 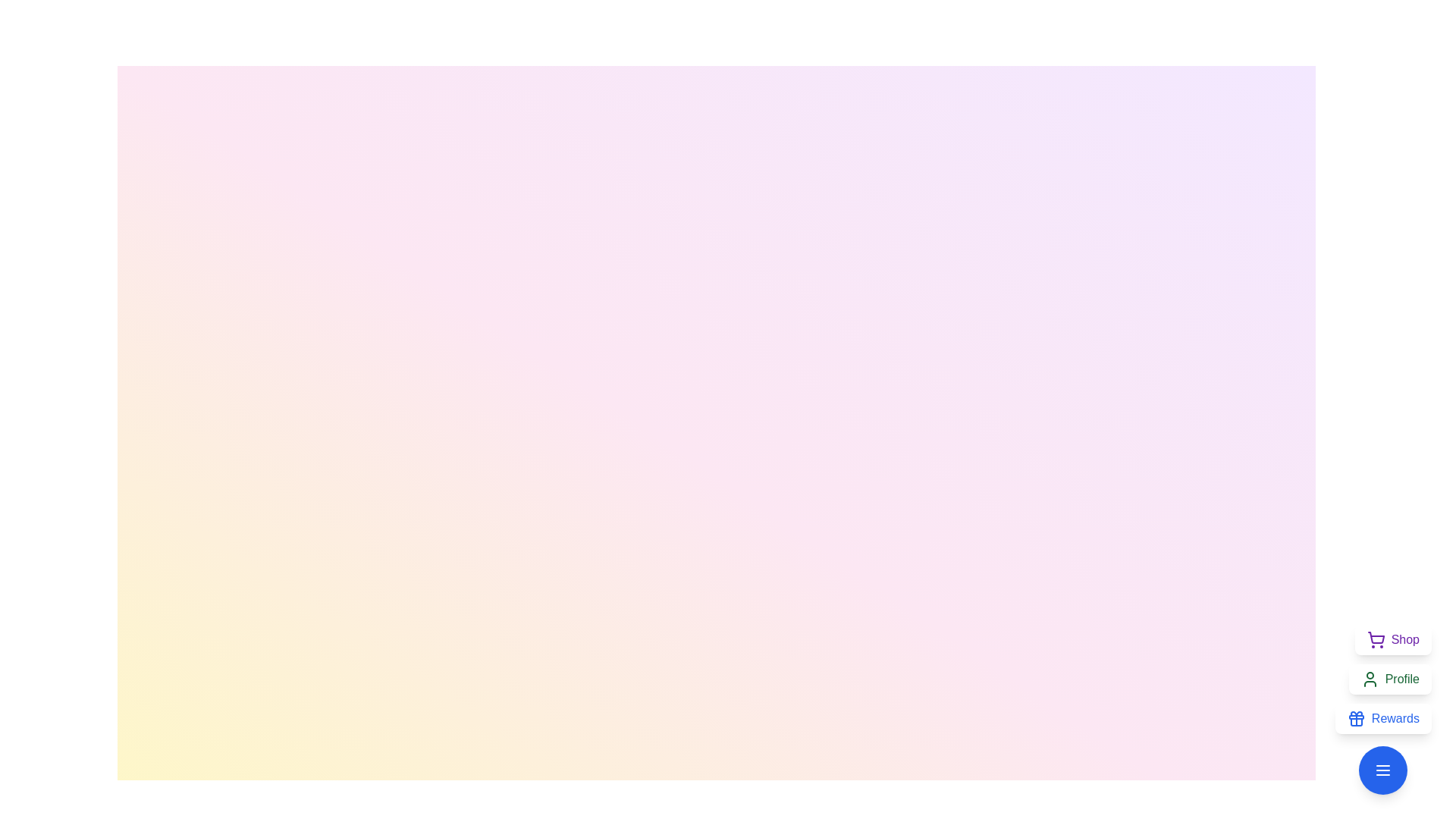 What do you see at coordinates (1383, 770) in the screenshot?
I see `the blue circular button containing the menu icon at the bottom-right corner` at bounding box center [1383, 770].